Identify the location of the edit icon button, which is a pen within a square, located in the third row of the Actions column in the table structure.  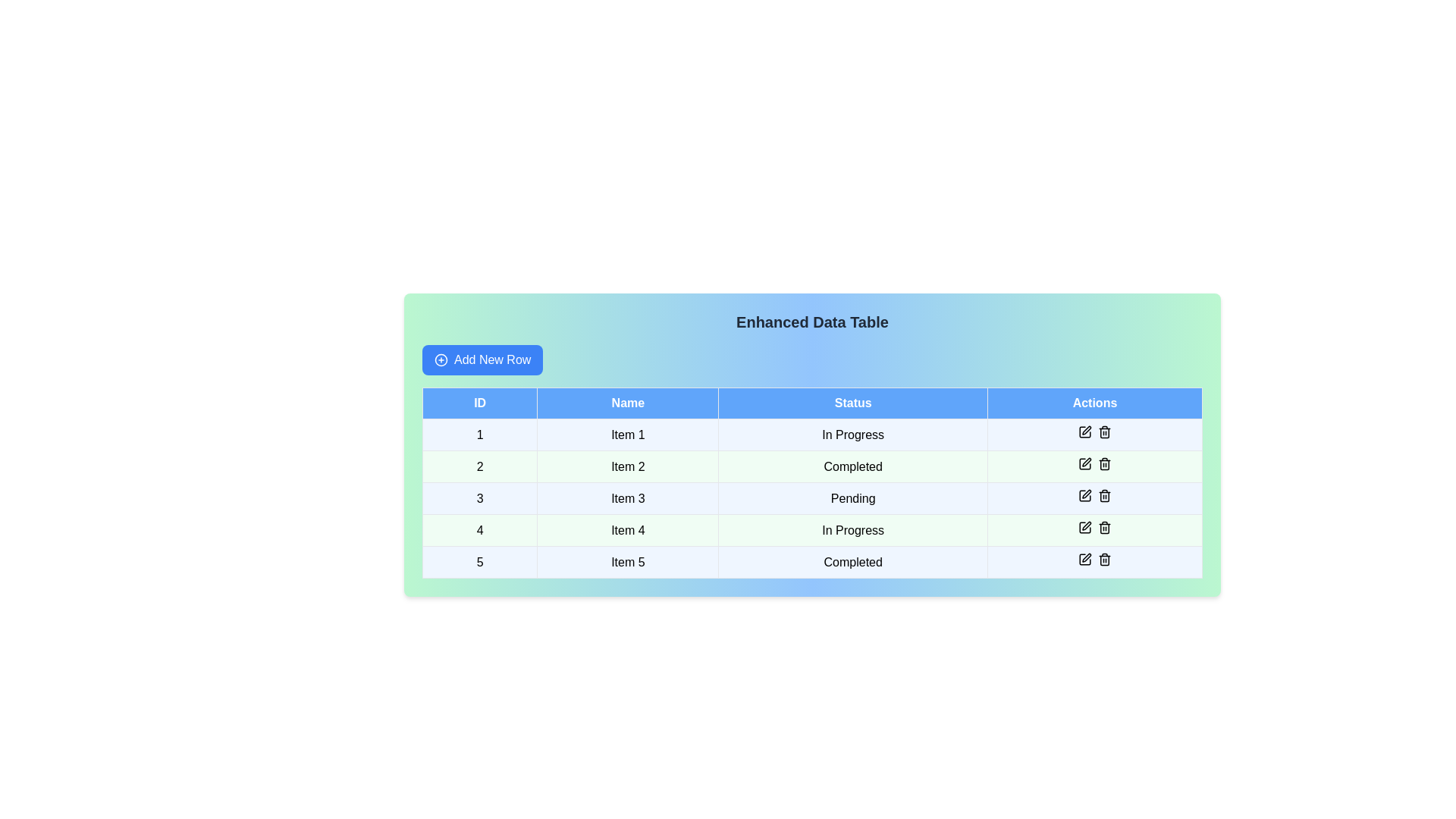
(1084, 496).